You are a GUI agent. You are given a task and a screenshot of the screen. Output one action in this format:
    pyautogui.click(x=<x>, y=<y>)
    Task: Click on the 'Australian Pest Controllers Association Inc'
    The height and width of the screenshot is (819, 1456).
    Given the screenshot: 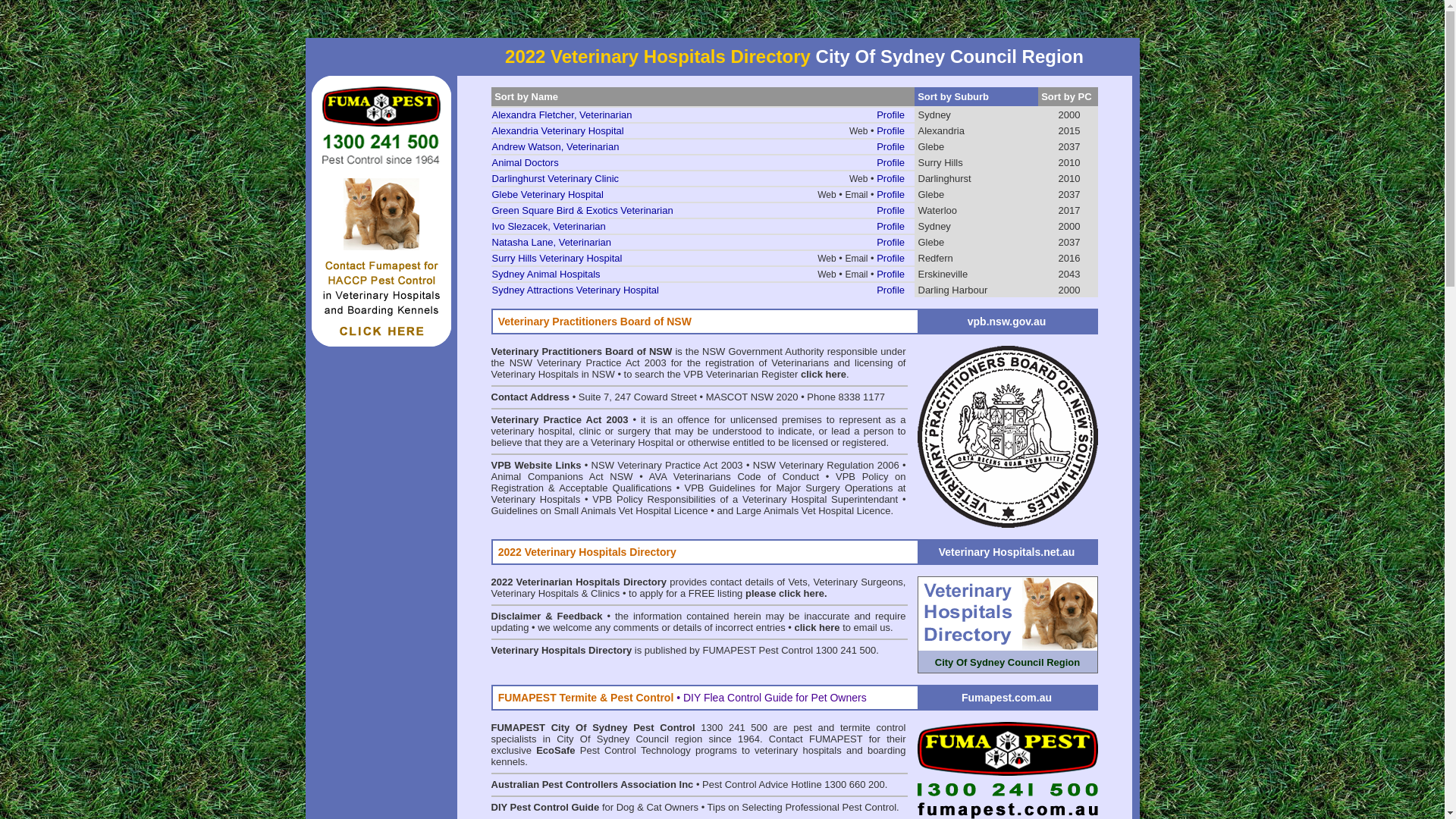 What is the action you would take?
    pyautogui.click(x=491, y=784)
    